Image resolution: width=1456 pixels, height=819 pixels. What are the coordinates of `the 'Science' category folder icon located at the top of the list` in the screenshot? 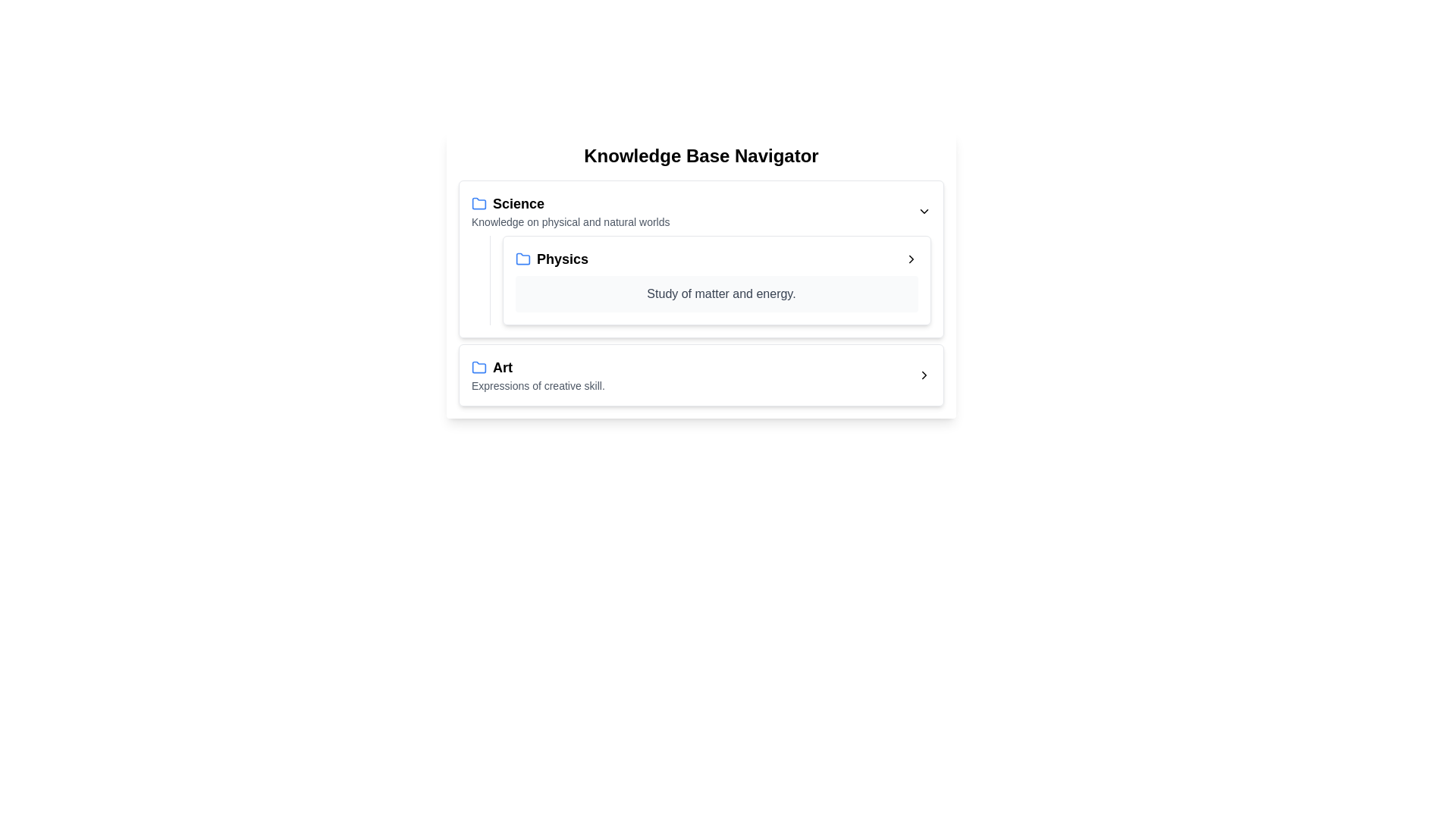 It's located at (479, 202).